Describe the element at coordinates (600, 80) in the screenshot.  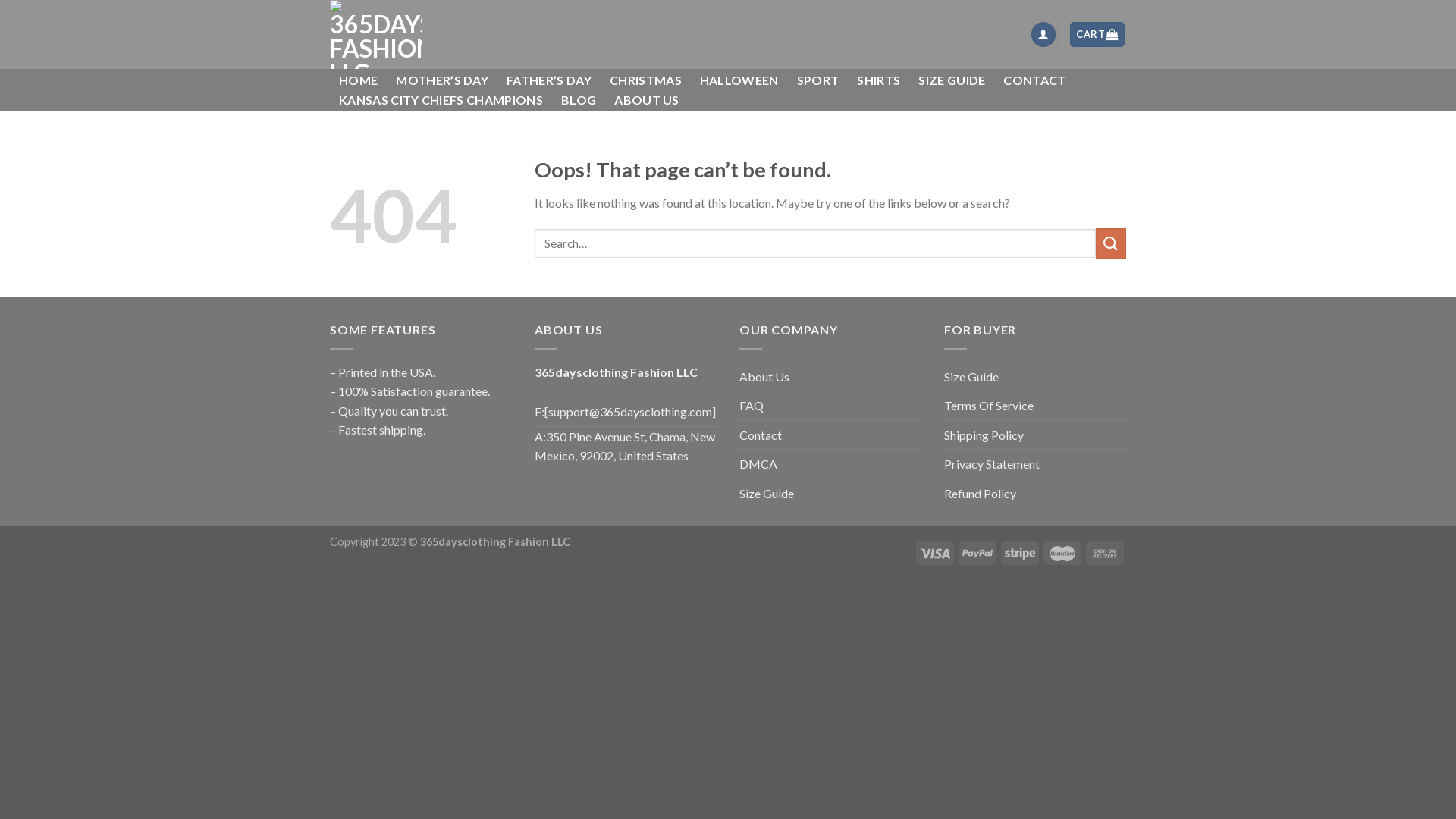
I see `'CHRISTMAS'` at that location.